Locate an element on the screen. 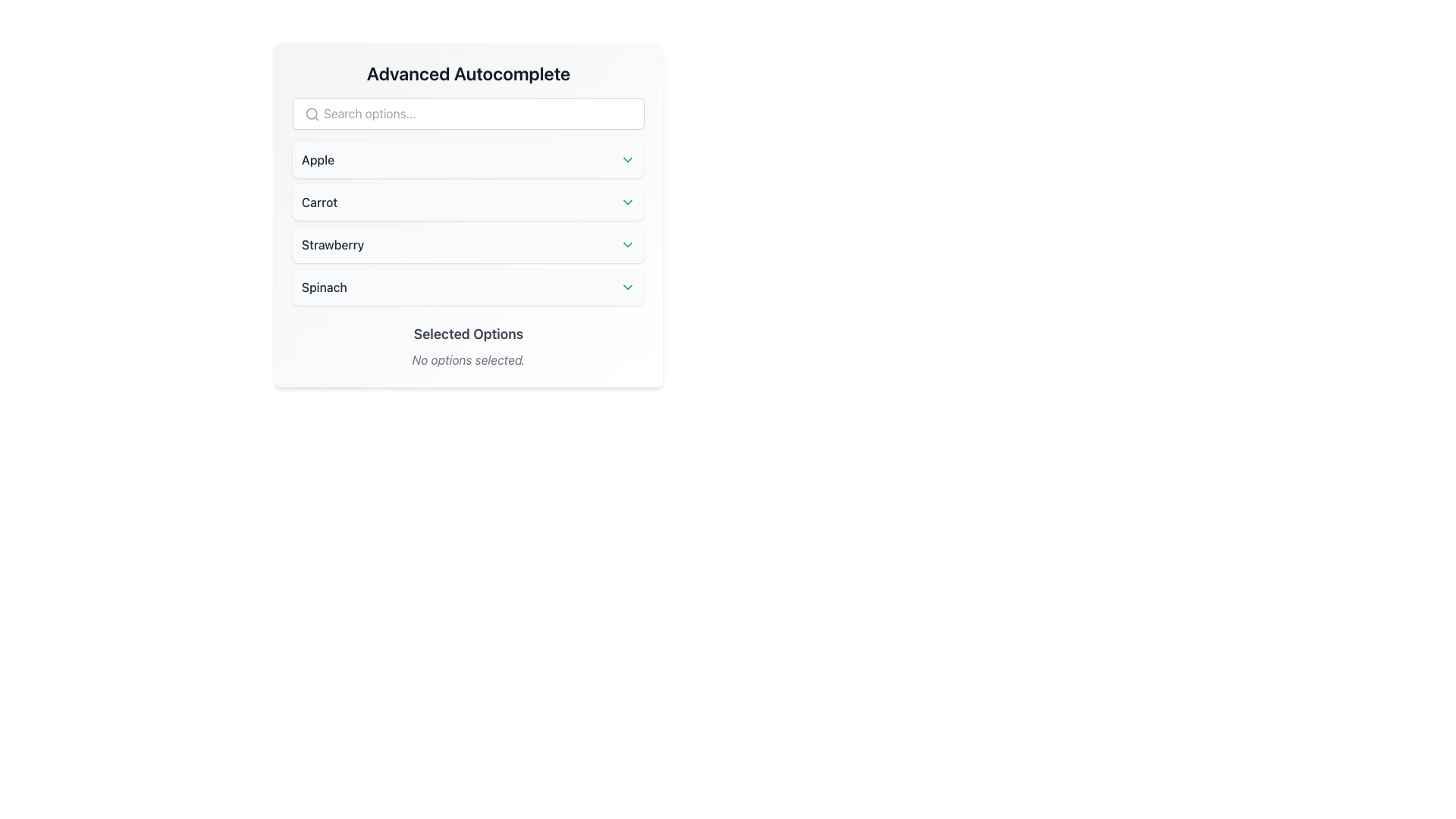 The image size is (1456, 819). the first selectable option labeled 'Apple' in the dropdown list, which is positioned below the search bar is located at coordinates (468, 160).